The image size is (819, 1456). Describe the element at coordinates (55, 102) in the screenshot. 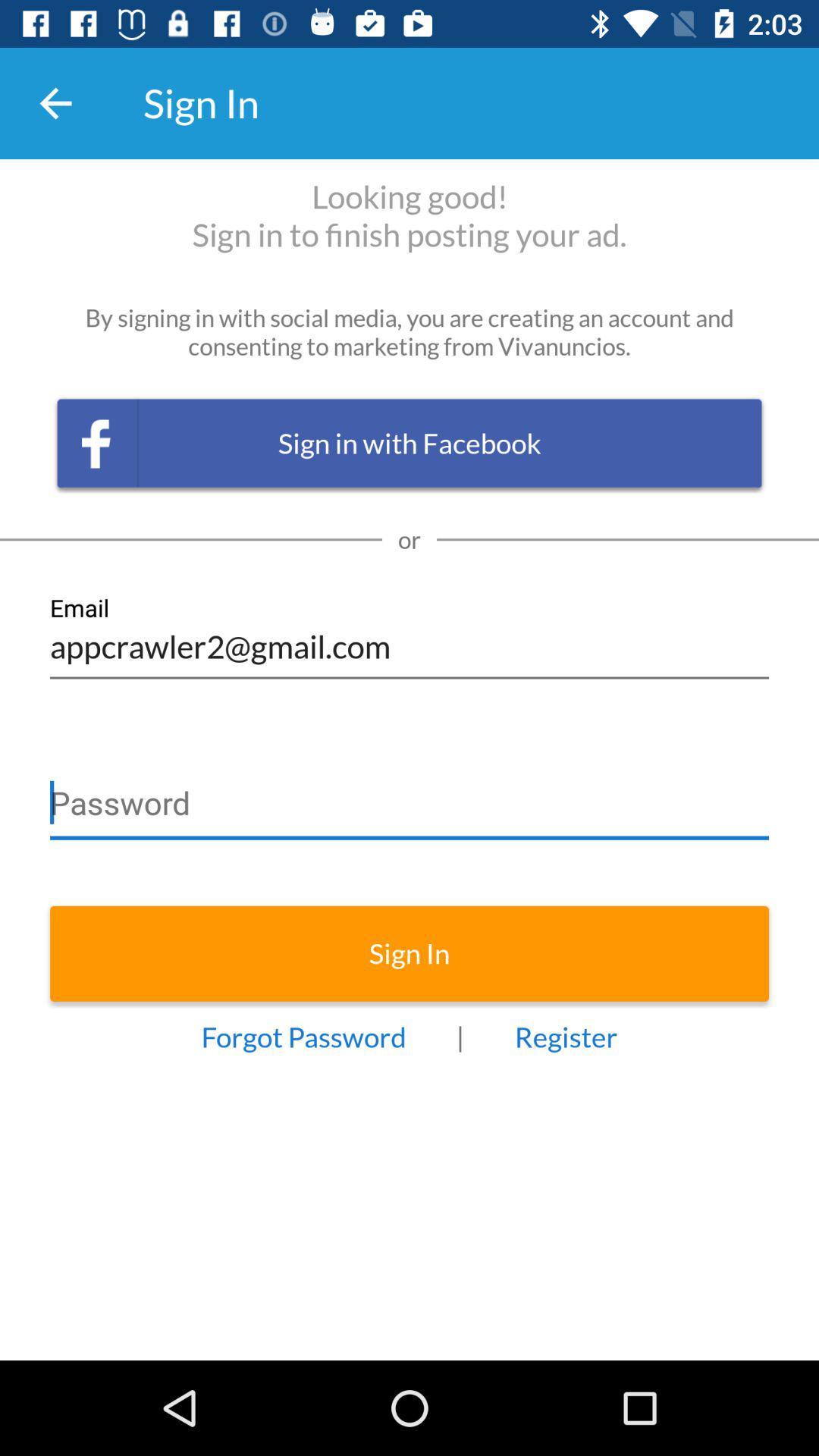

I see `item to the left of the sign in` at that location.